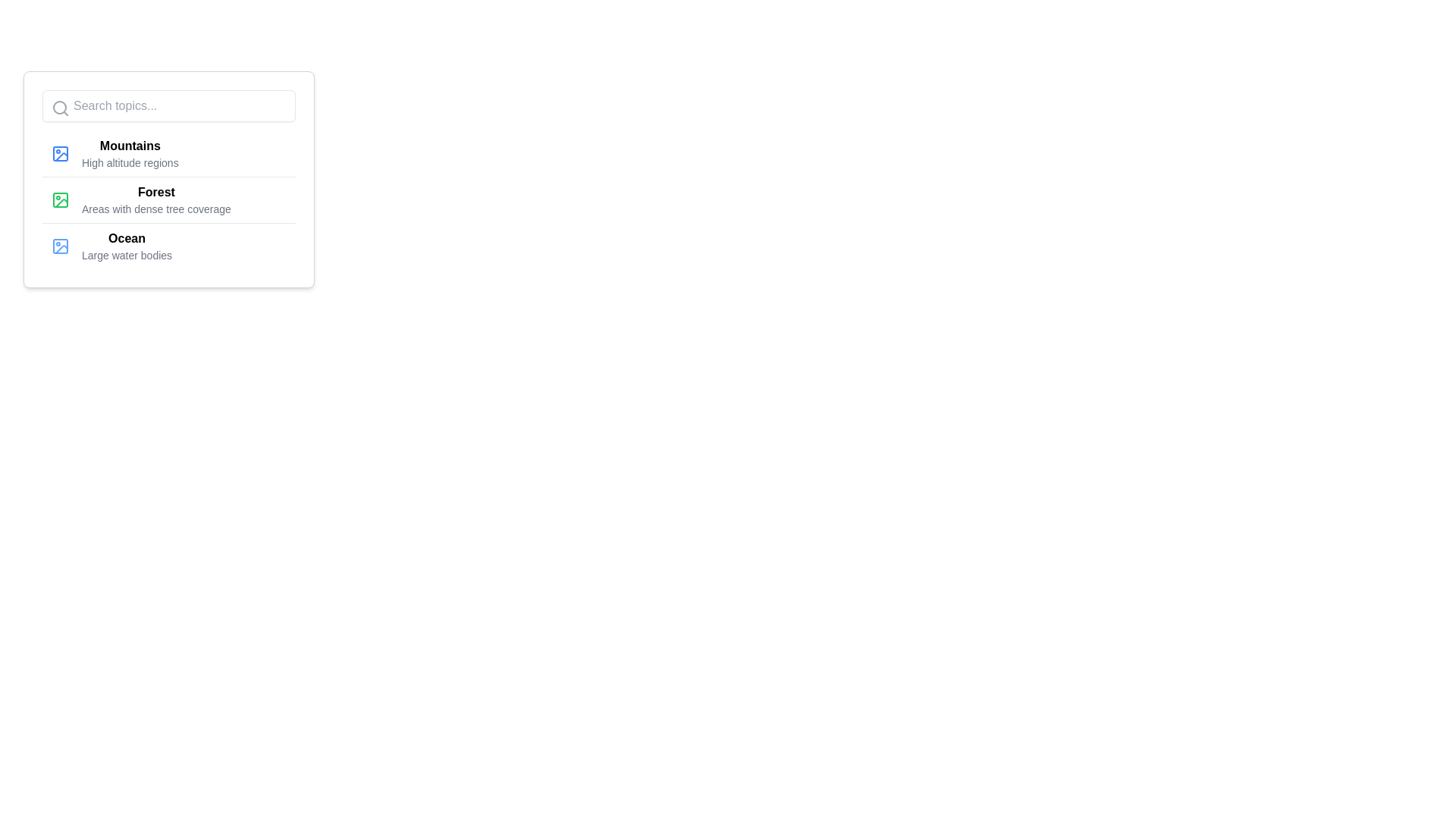 The width and height of the screenshot is (1456, 819). What do you see at coordinates (61, 107) in the screenshot?
I see `the magnifying glass icon located in the top-left corner of the 'Search topics...' text input field` at bounding box center [61, 107].